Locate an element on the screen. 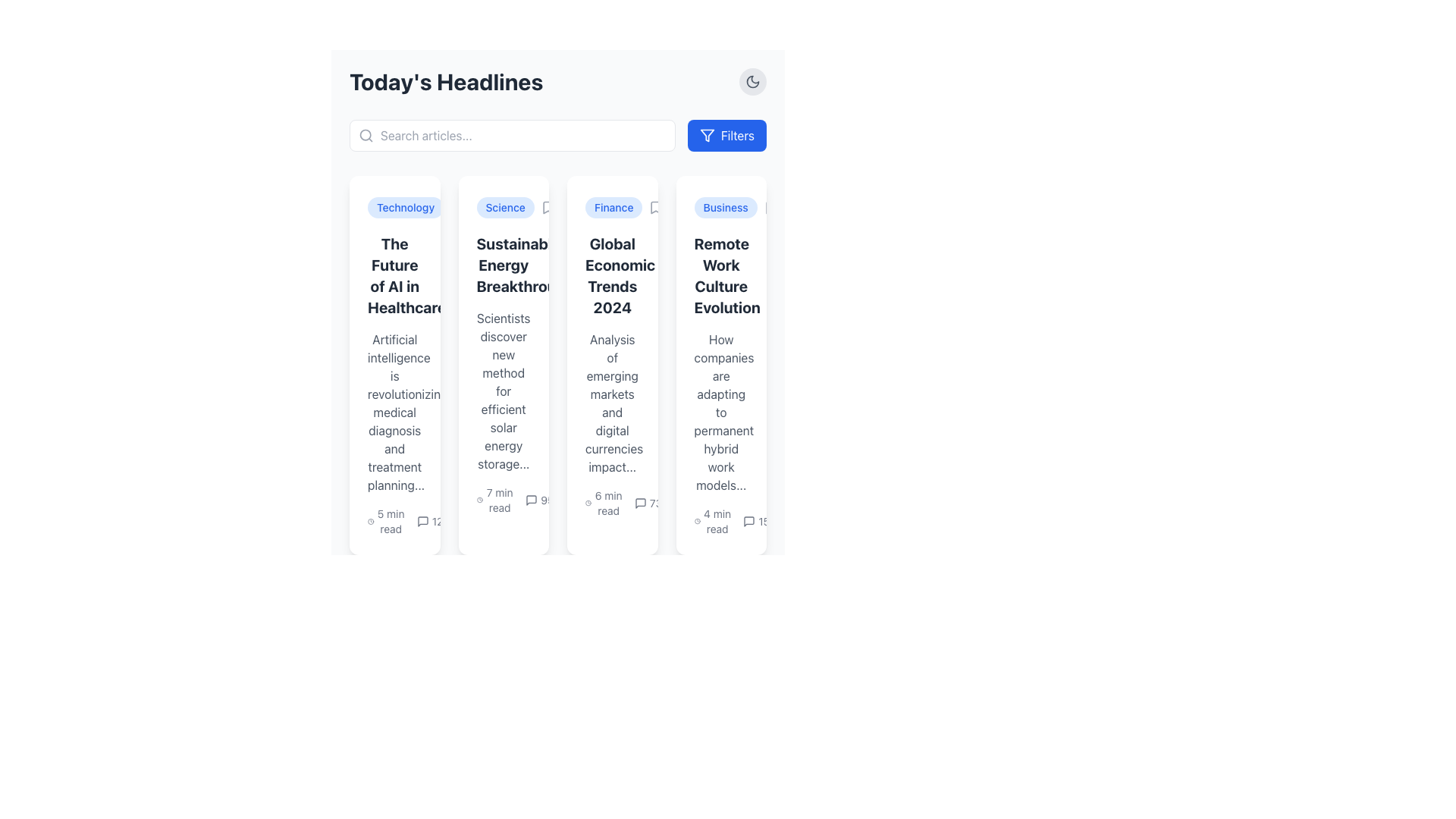  number displayed in the text label showing '128', which is positioned to the right of a speech bubble icon in the lower-right corner of the article card is located at coordinates (432, 520).